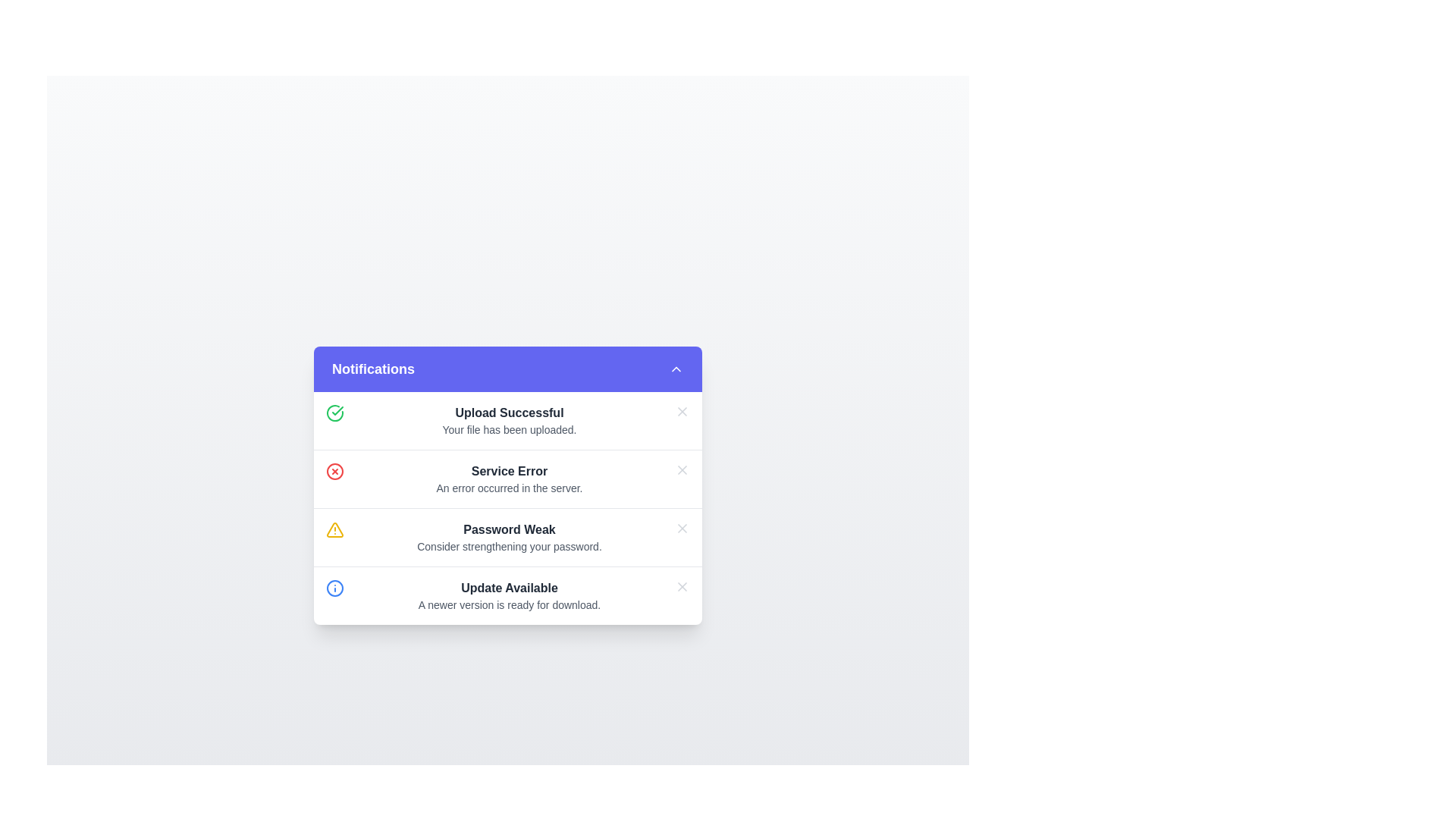 This screenshot has height=819, width=1456. What do you see at coordinates (334, 412) in the screenshot?
I see `the success icon located at the top-left of the 'Upload Successful' notification to indicate that the file upload has completed successfully` at bounding box center [334, 412].